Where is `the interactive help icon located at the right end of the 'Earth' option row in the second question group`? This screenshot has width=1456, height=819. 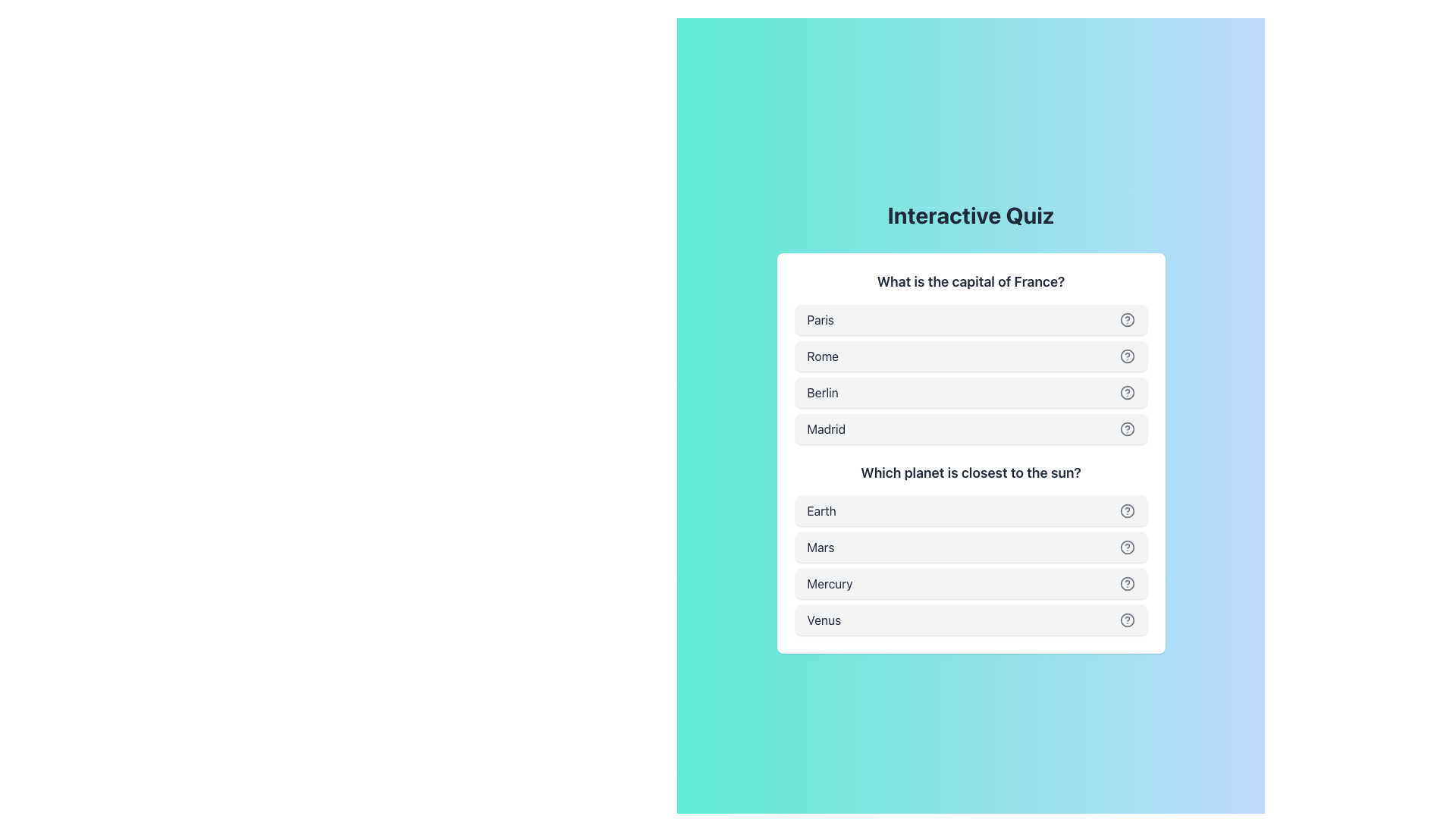 the interactive help icon located at the right end of the 'Earth' option row in the second question group is located at coordinates (1127, 511).